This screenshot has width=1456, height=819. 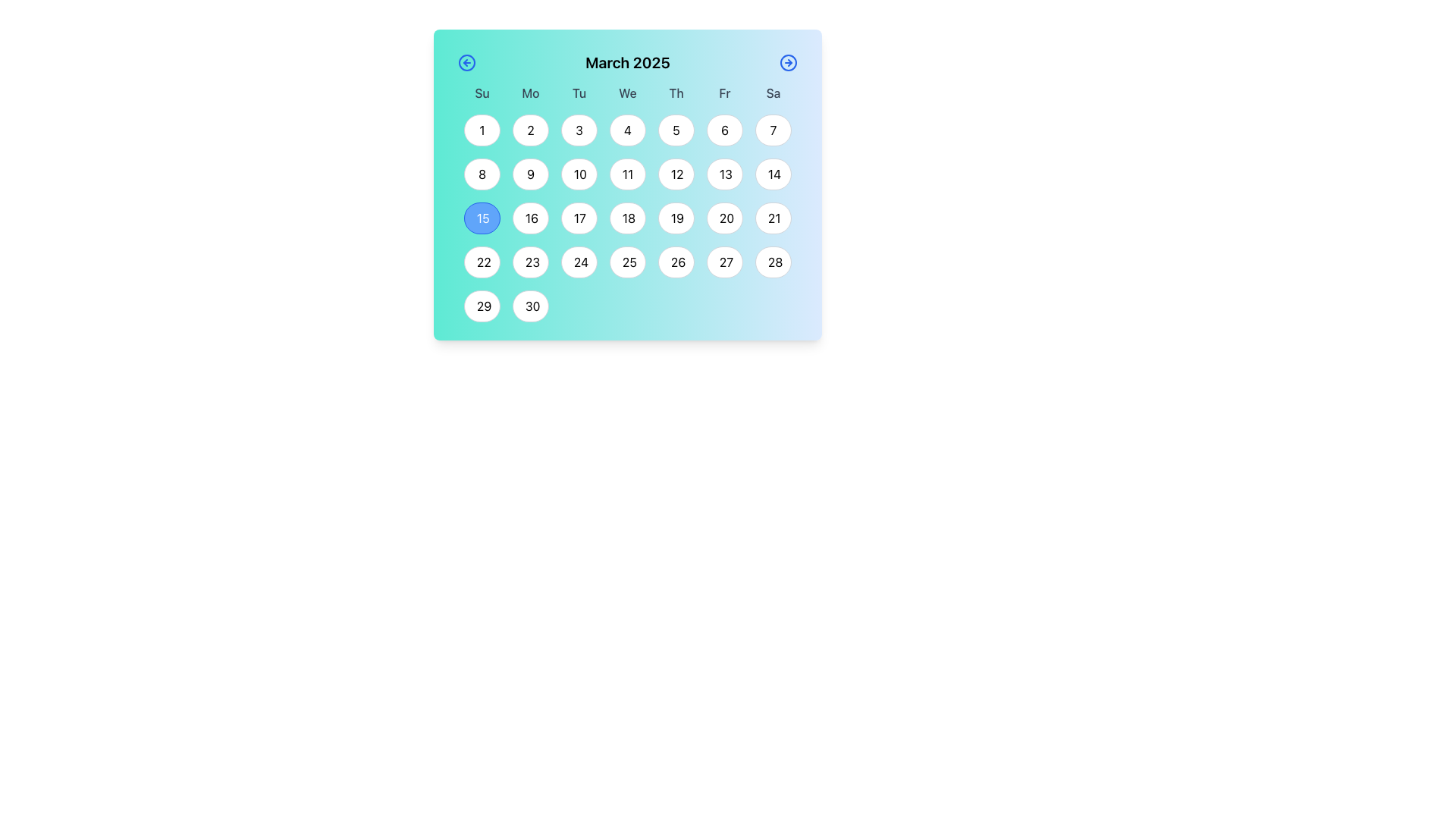 What do you see at coordinates (676, 130) in the screenshot?
I see `the button representing the fifth day of the month in the calendar UI` at bounding box center [676, 130].